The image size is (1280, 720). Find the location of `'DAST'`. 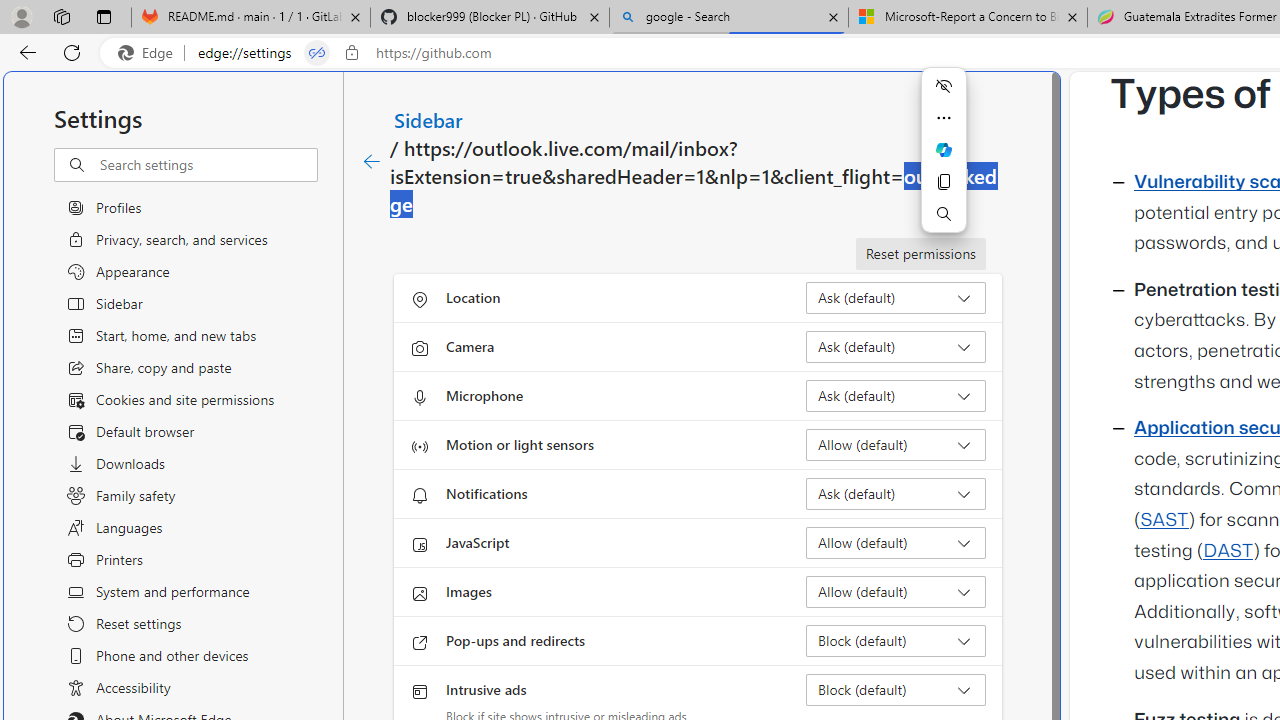

'DAST' is located at coordinates (1227, 551).